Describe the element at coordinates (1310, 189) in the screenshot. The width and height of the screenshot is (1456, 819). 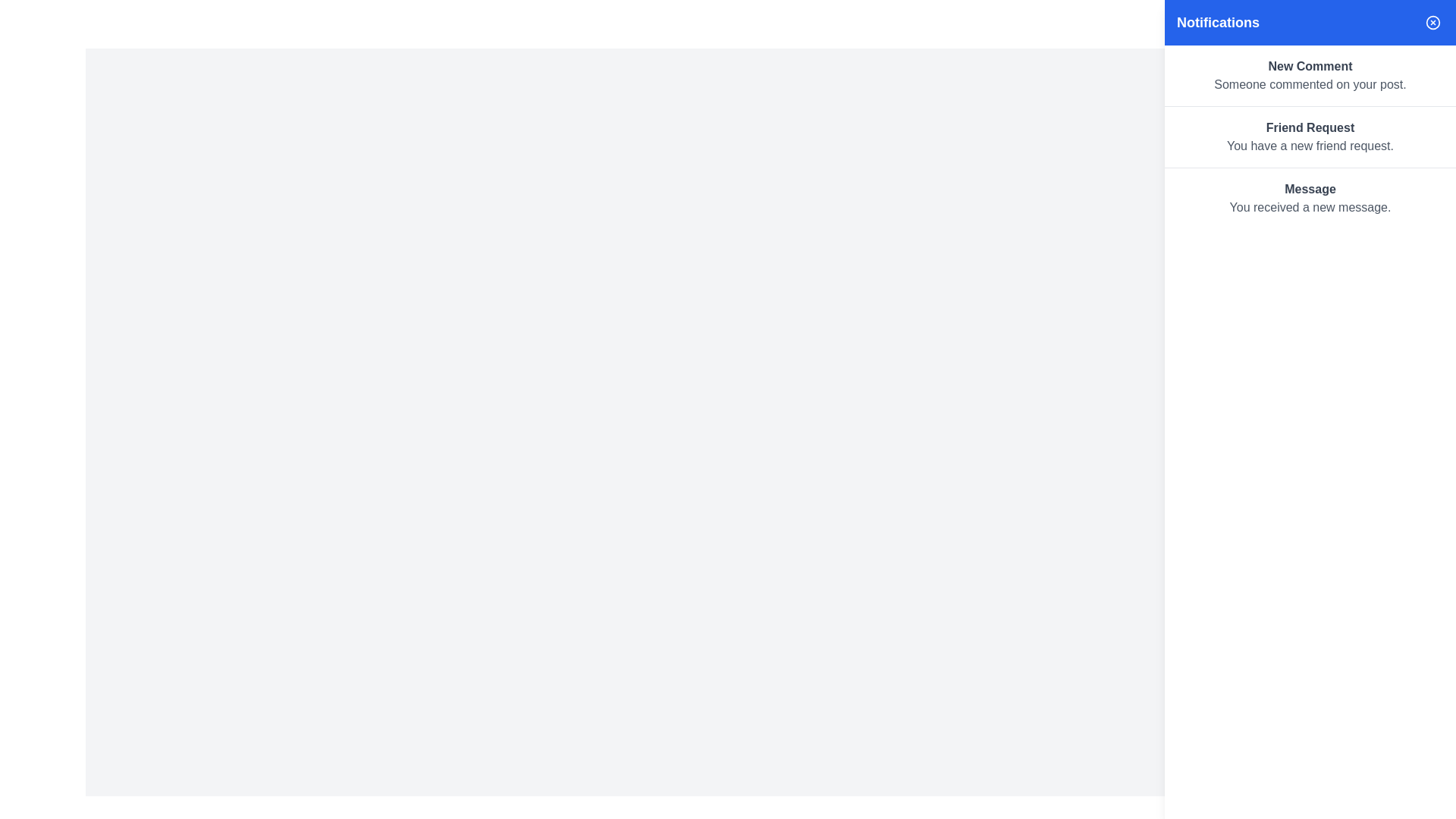
I see `text label that contains 'Message' in bold gray font located in the notifications area under the 'Notifications' panel` at that location.